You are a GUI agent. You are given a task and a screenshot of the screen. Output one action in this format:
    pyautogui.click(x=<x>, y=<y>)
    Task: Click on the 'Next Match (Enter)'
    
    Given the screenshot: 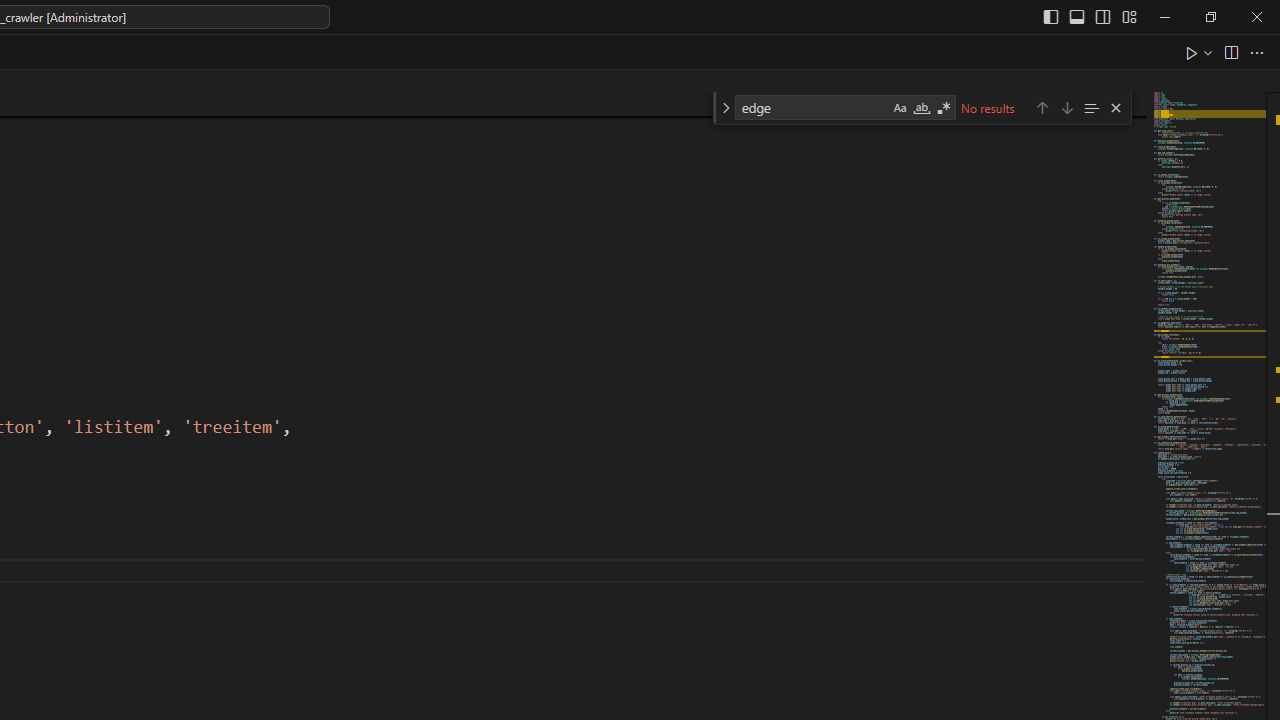 What is the action you would take?
    pyautogui.click(x=1065, y=107)
    